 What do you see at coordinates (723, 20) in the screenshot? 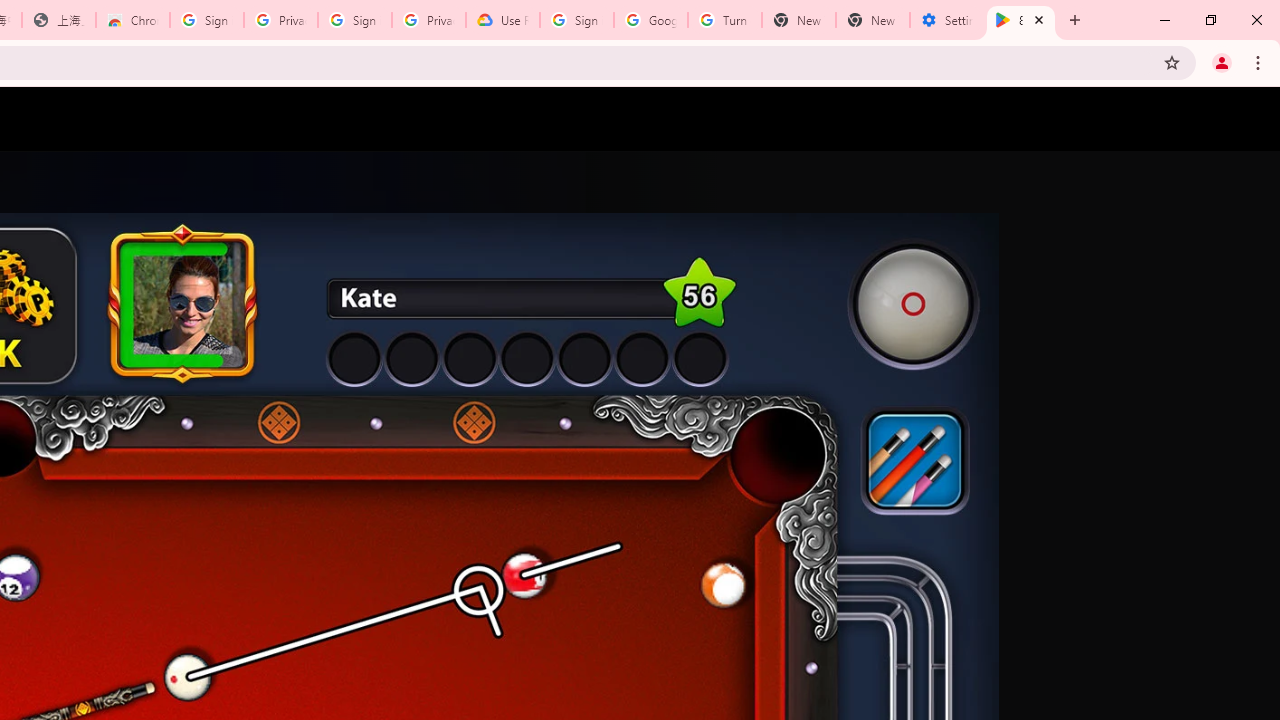
I see `'Turn cookies on or off - Computer - Google Account Help'` at bounding box center [723, 20].